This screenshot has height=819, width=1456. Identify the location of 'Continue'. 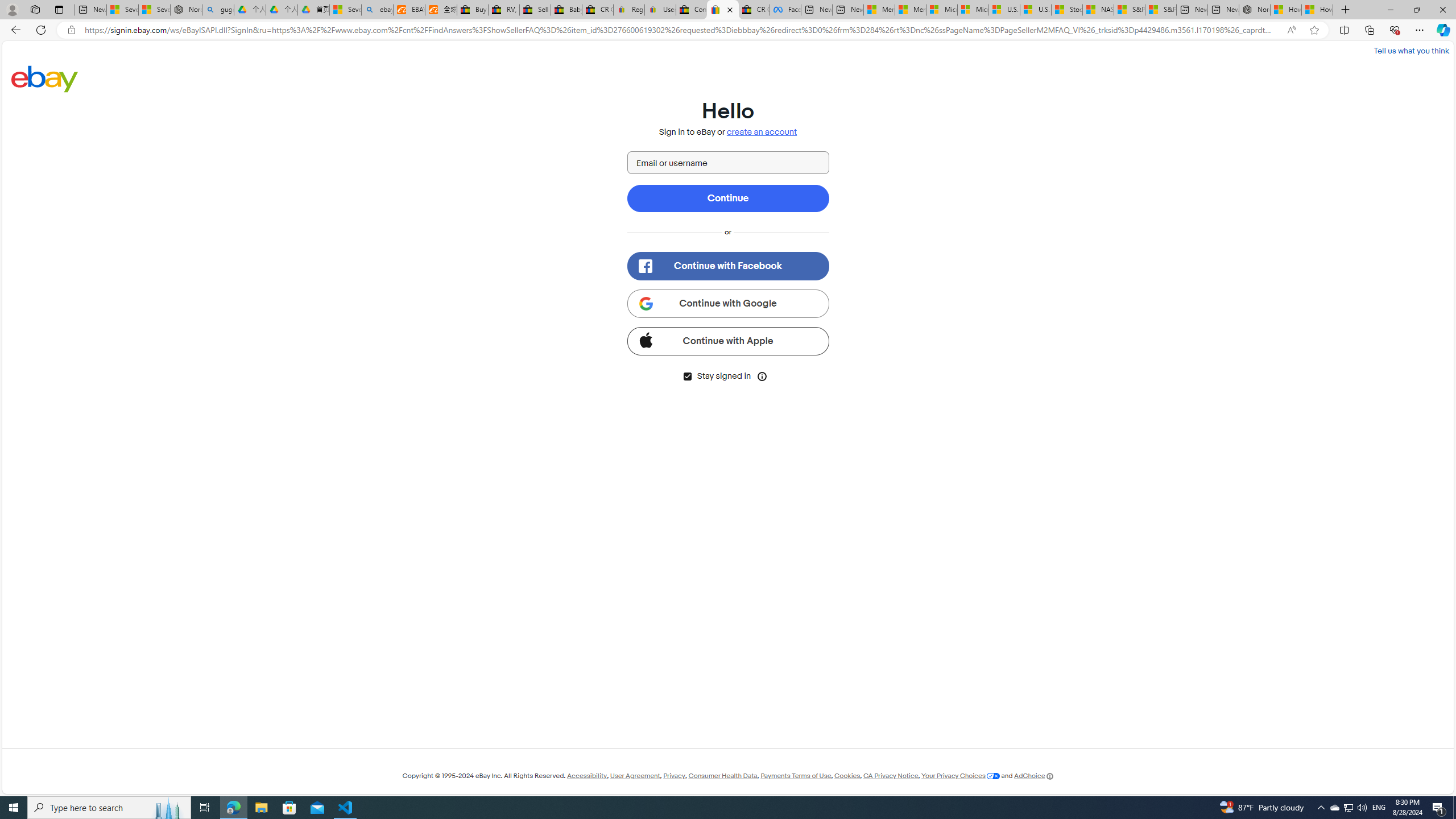
(728, 198).